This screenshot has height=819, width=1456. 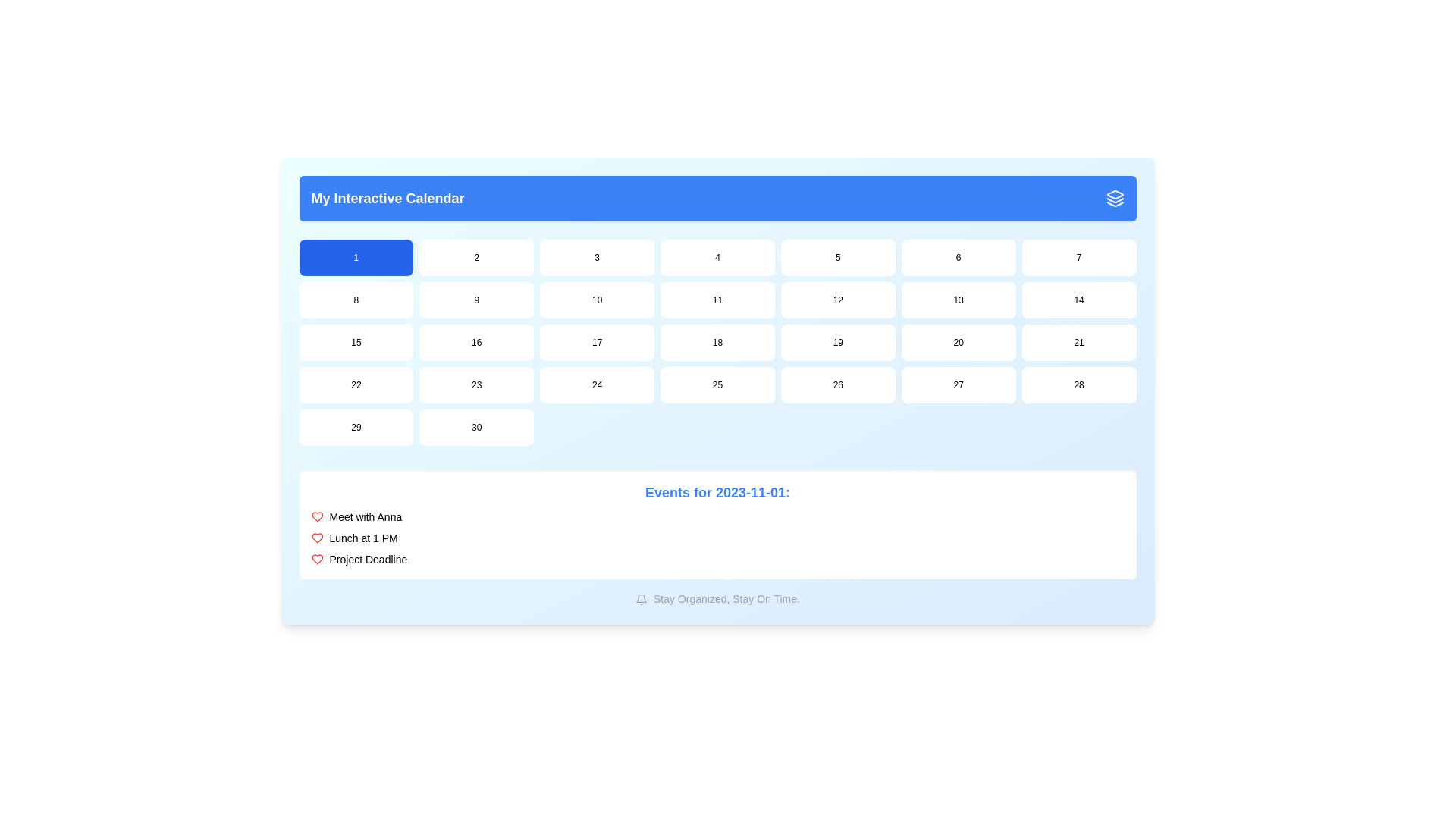 I want to click on the button representing the date '3' in the calendar interface, so click(x=596, y=256).